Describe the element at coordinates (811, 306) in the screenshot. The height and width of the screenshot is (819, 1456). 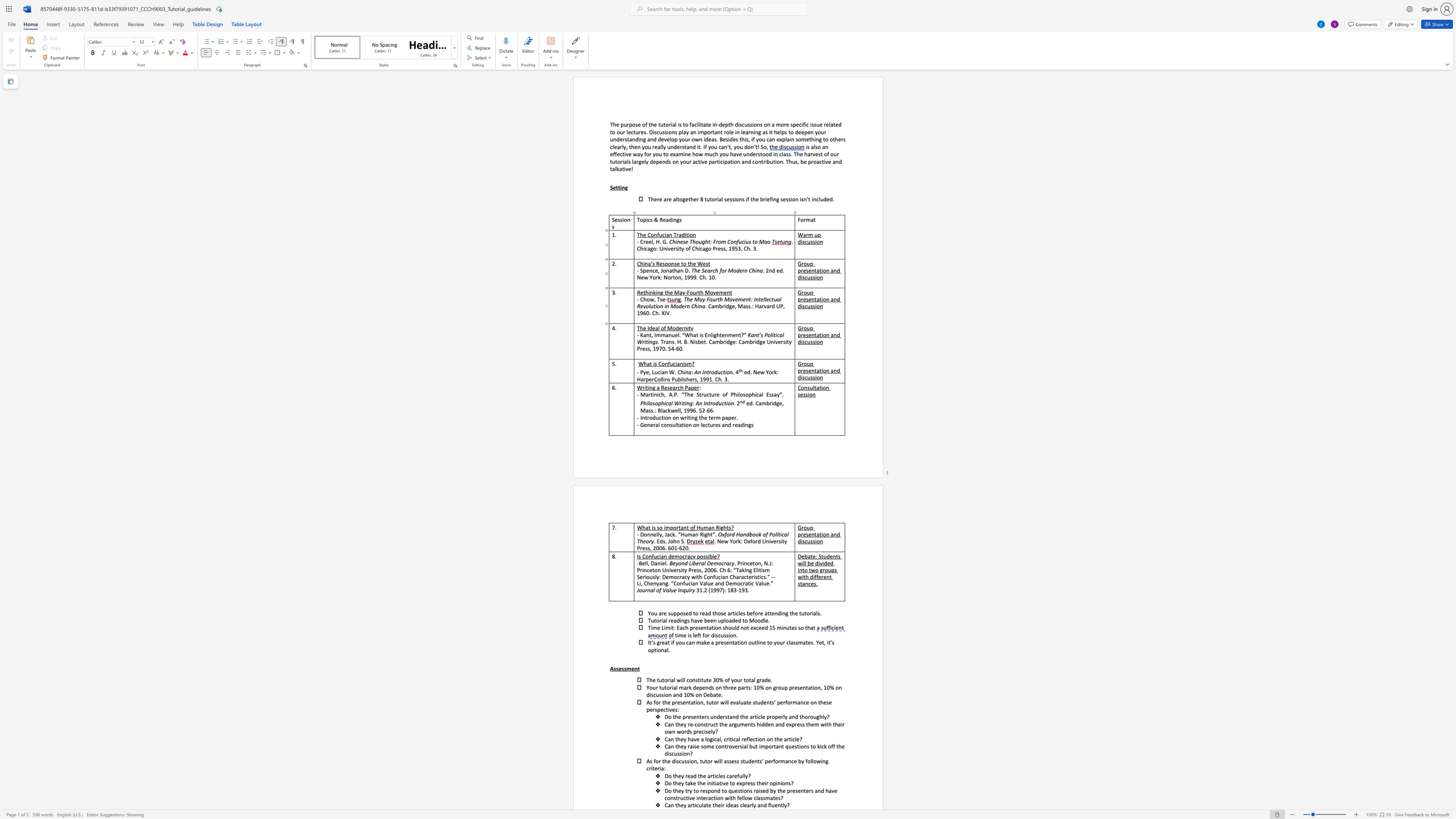
I see `the 3th character "s" in the text` at that location.